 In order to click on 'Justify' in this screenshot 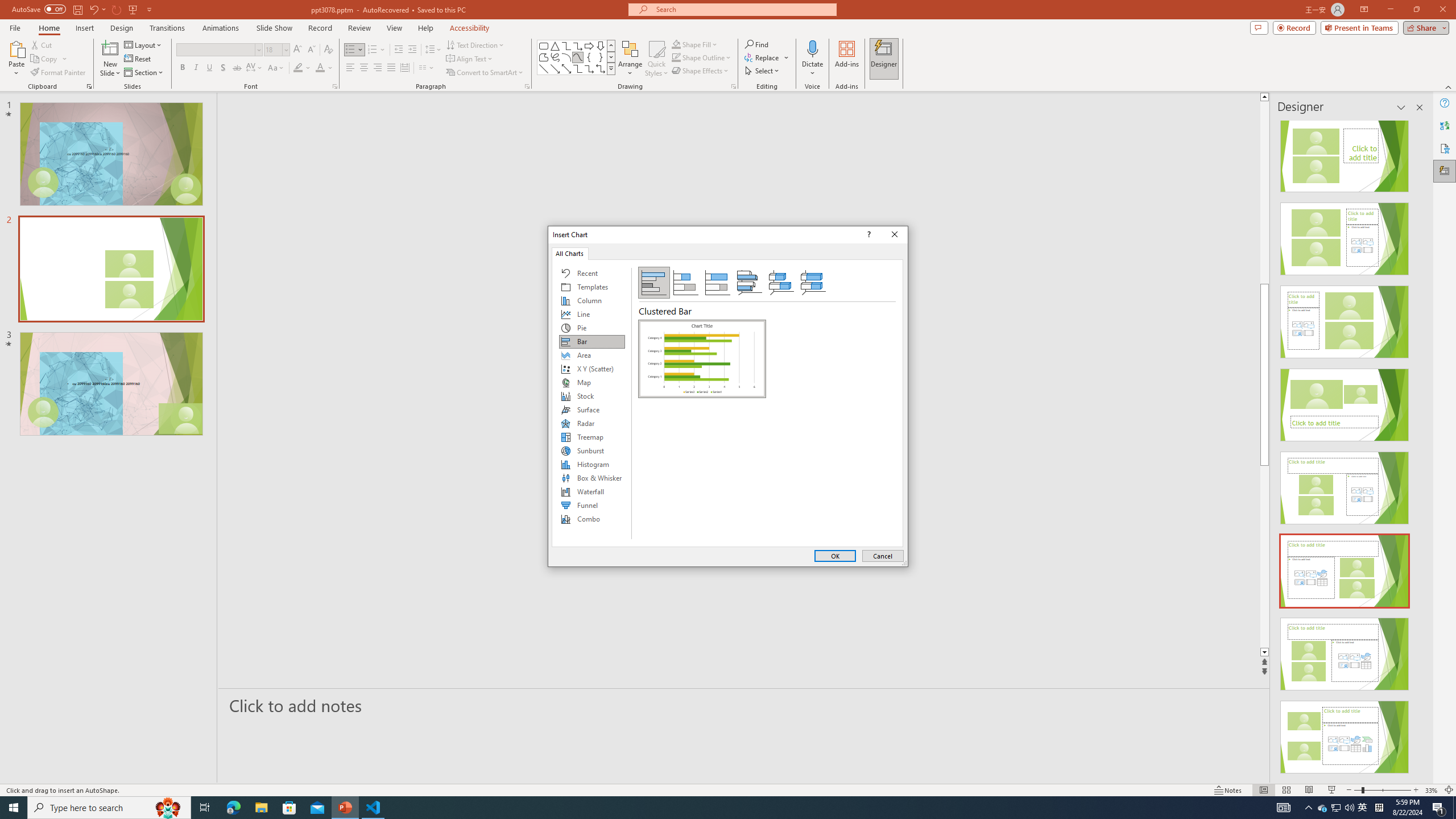, I will do `click(390, 67)`.